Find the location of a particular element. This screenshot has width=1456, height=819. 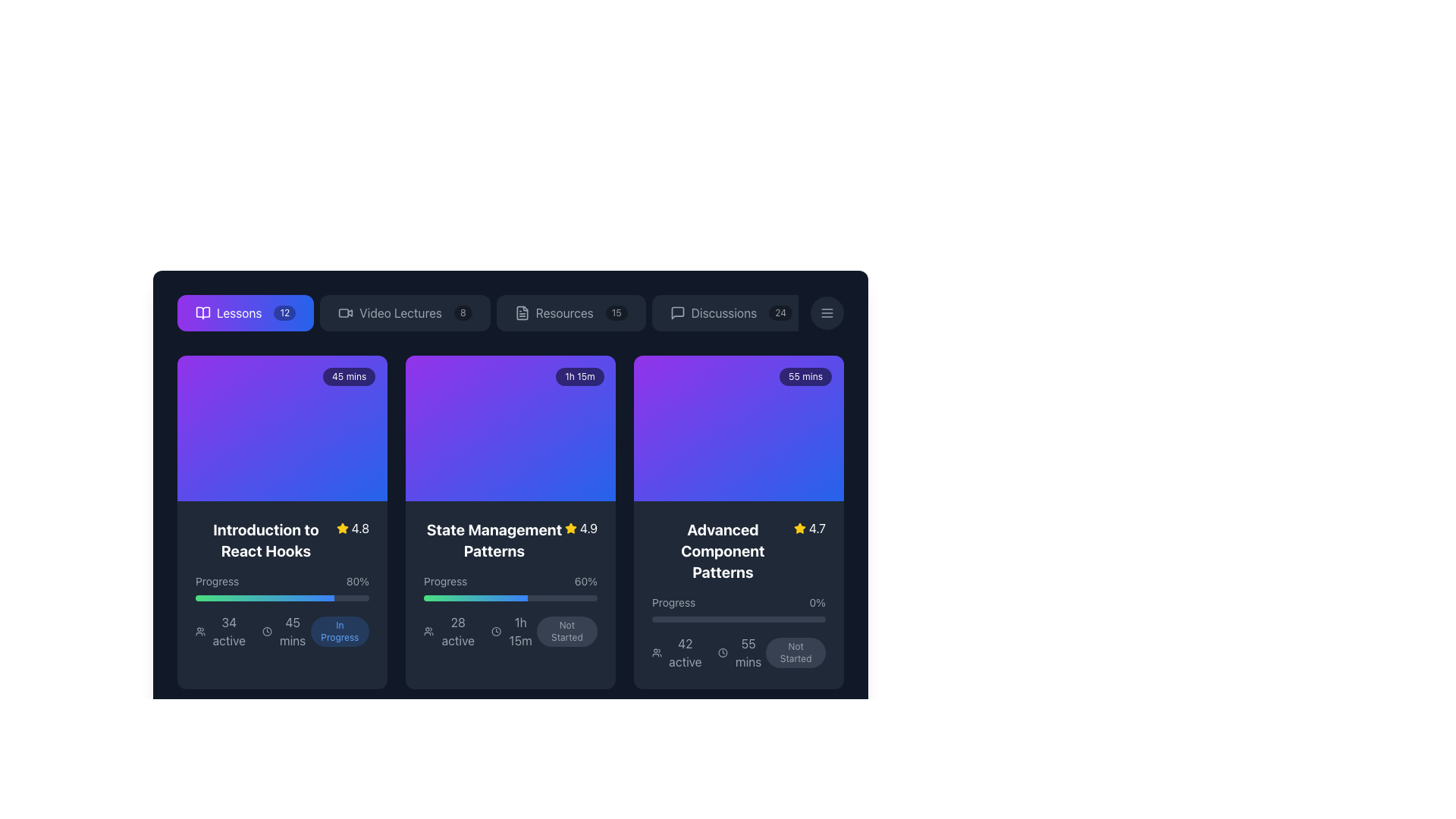

information from the Text label with an icon located in the bottom-left corner of the 'Introduction to React Hooks' card is located at coordinates (221, 632).